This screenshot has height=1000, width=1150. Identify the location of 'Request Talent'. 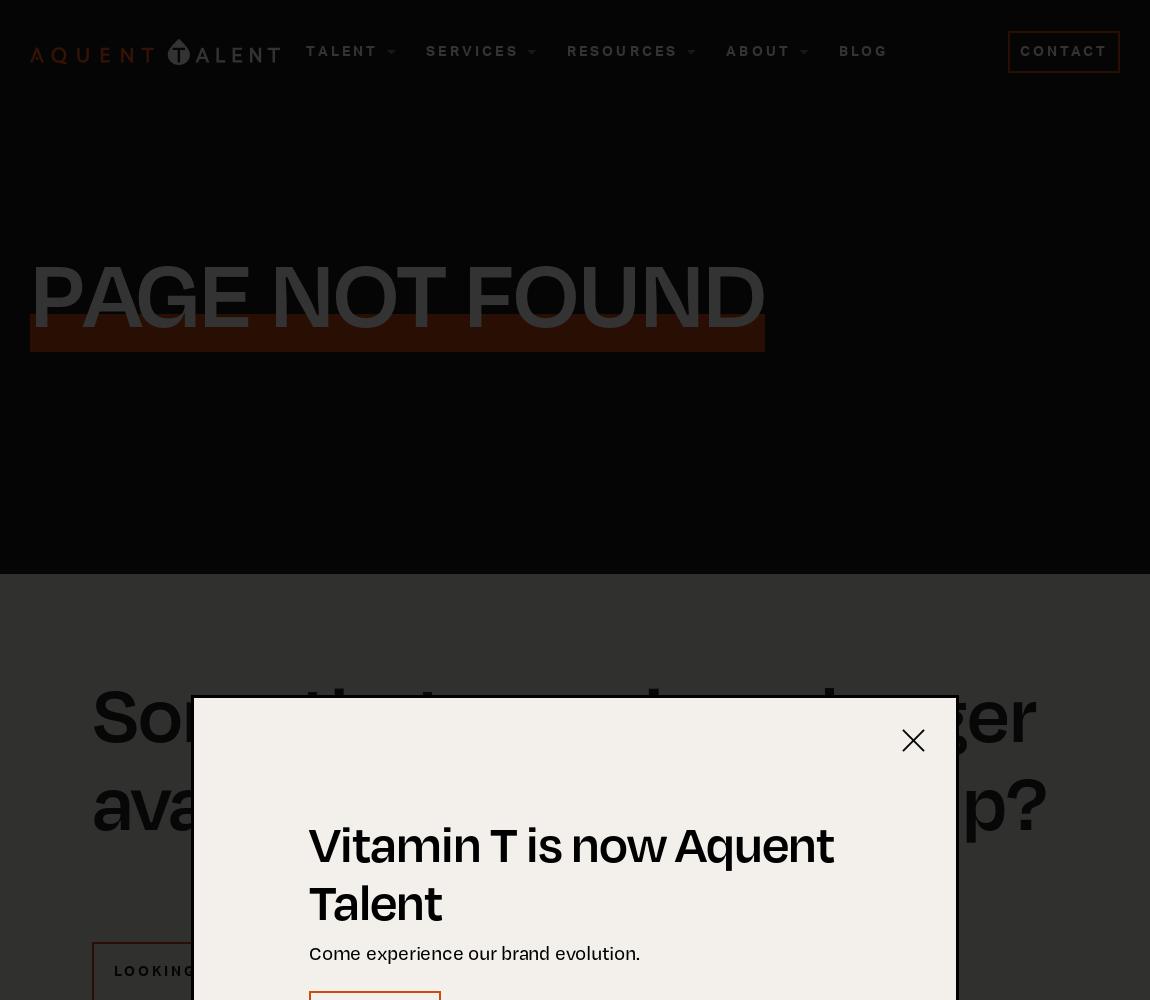
(521, 340).